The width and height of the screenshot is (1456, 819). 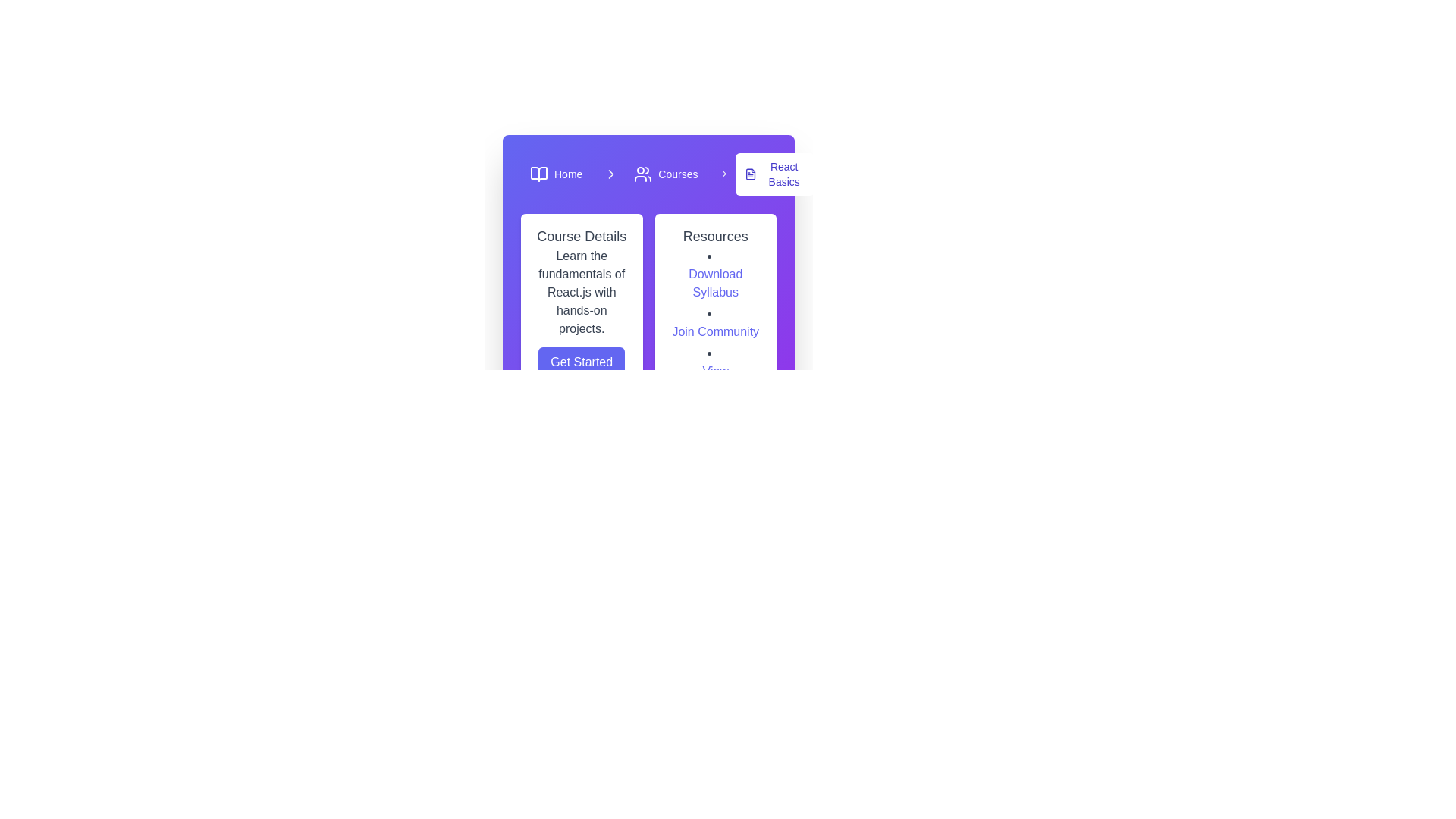 What do you see at coordinates (538, 174) in the screenshot?
I see `the 'Home' navigation icon located on the top-left corner of the layout` at bounding box center [538, 174].